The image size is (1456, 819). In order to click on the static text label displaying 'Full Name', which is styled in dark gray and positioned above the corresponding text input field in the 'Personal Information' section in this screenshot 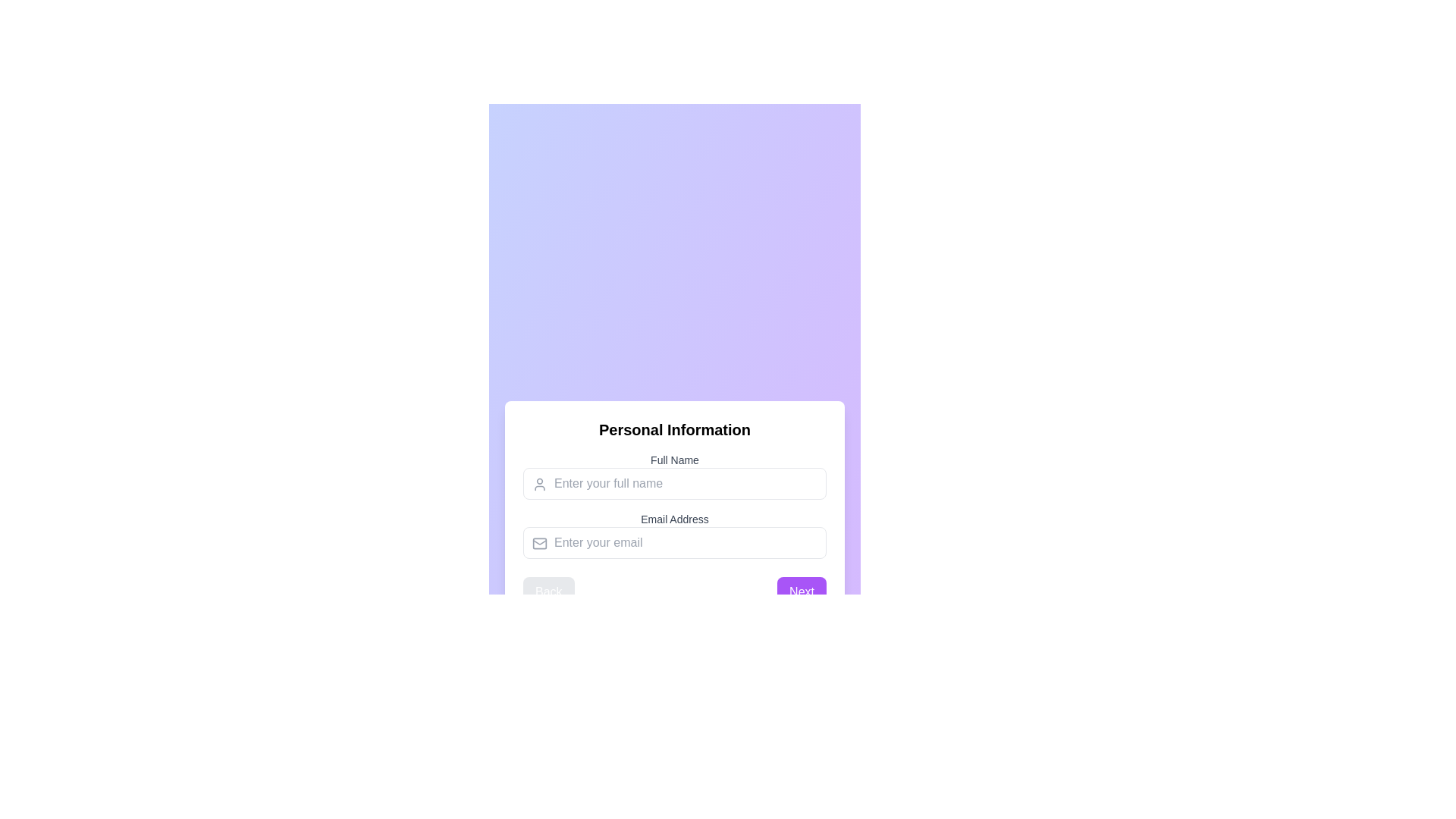, I will do `click(673, 459)`.